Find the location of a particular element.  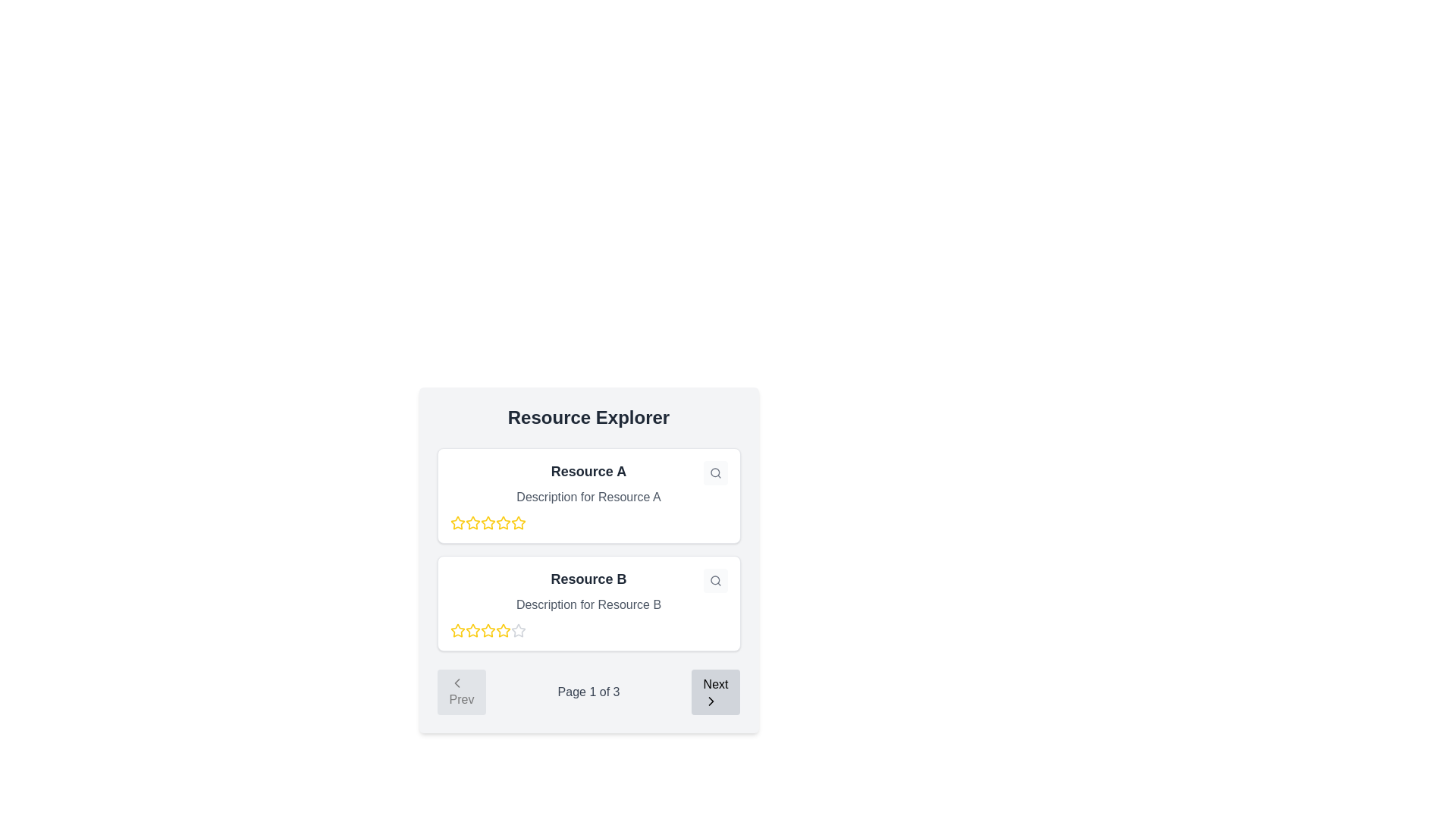

the chevron icon located at the far right side of the 'Next' button in the bottom-right corner of the resource panel is located at coordinates (710, 701).